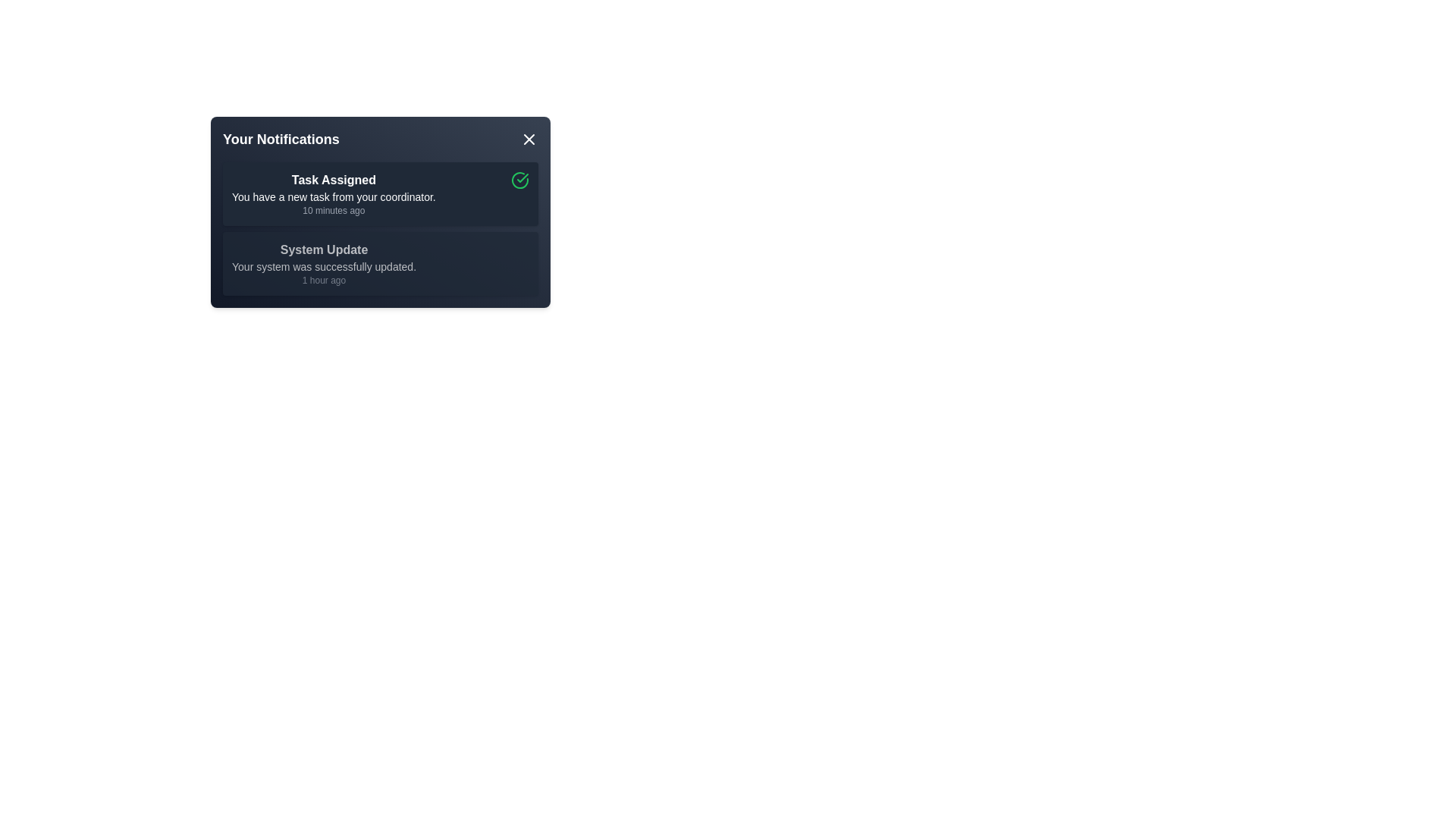 The height and width of the screenshot is (819, 1456). Describe the element at coordinates (381, 193) in the screenshot. I see `the upper notification entry titled 'Task Assigned'` at that location.